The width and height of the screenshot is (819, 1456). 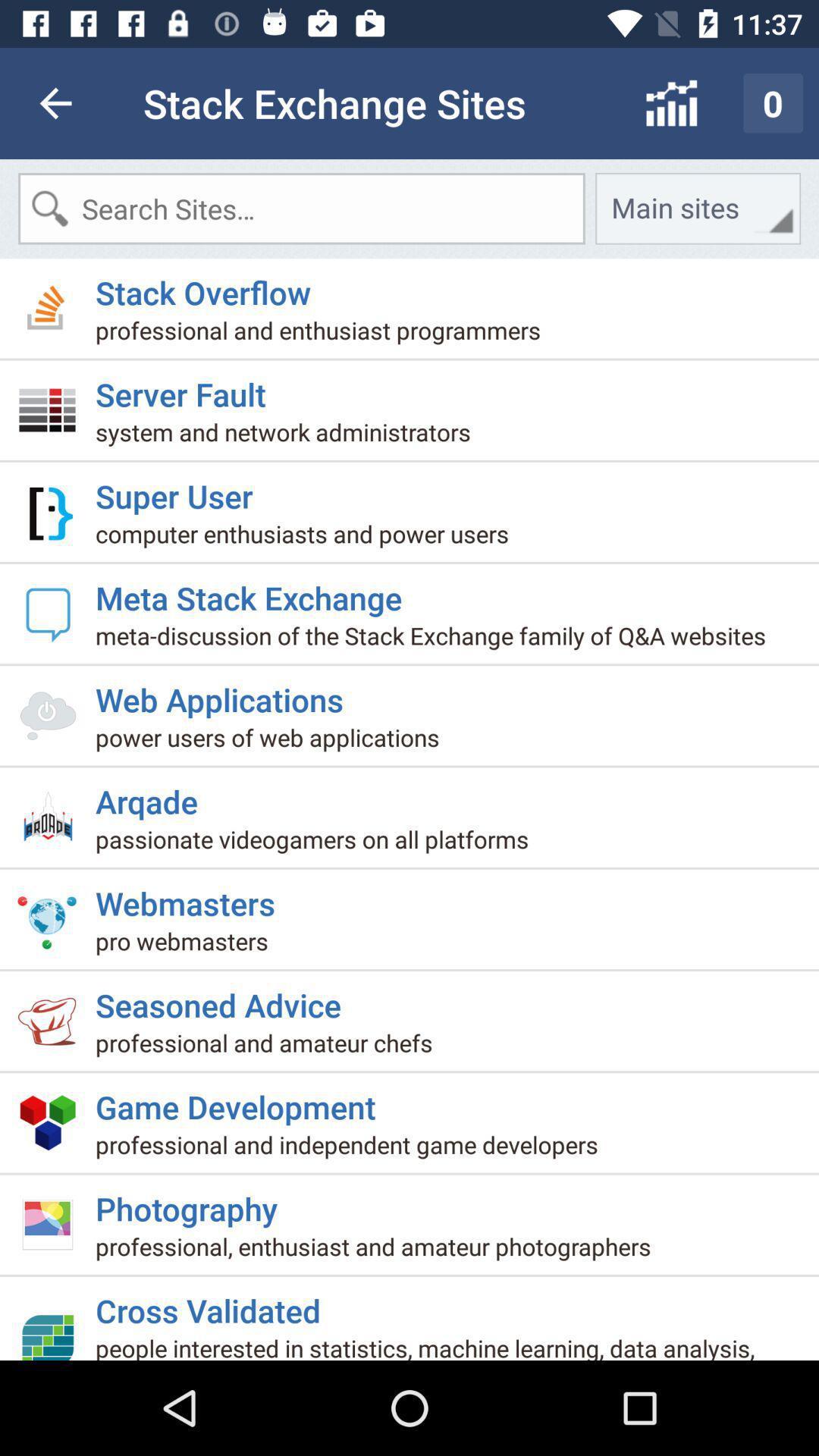 I want to click on item below the professional and enthusiast, so click(x=186, y=388).